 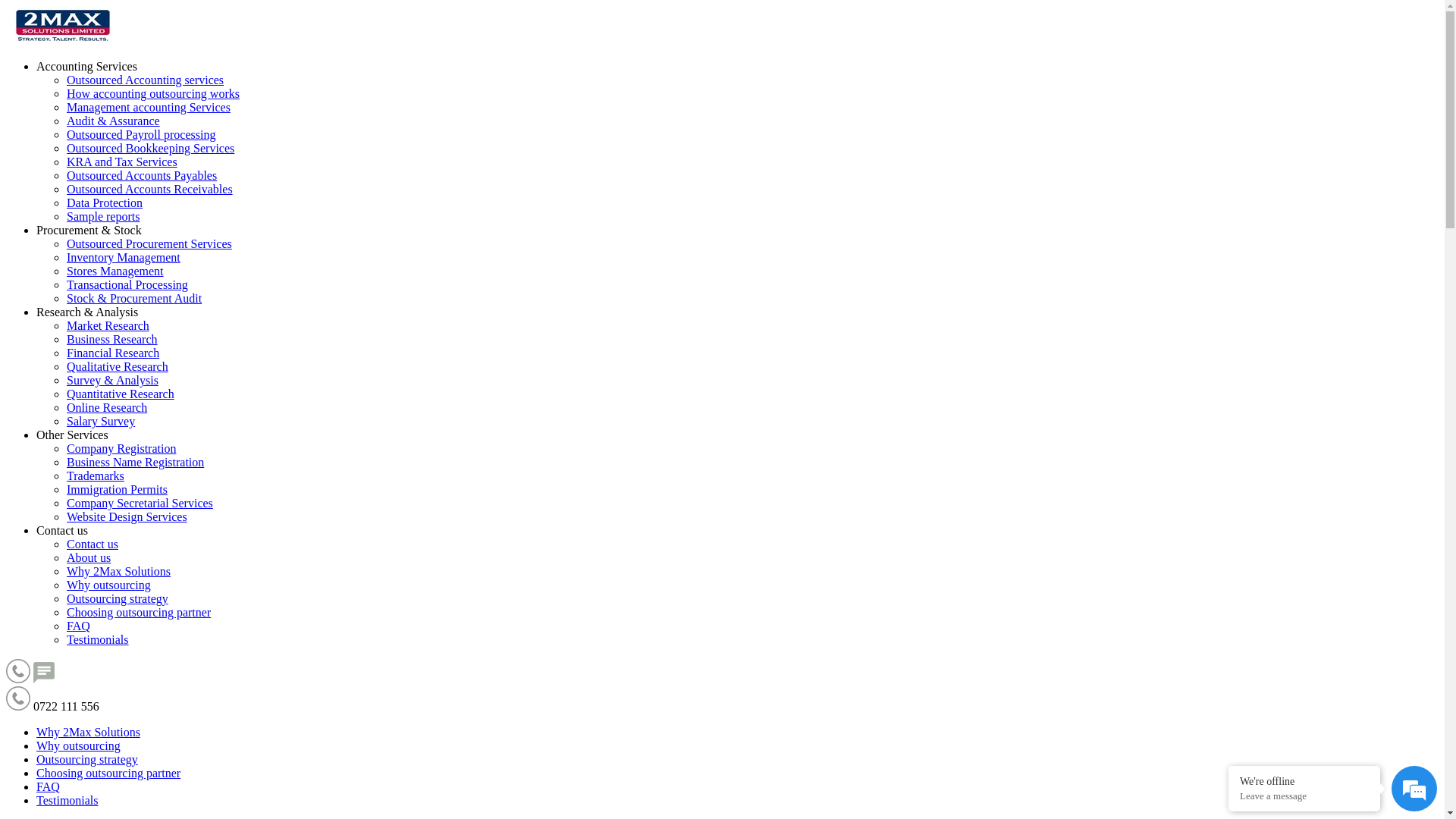 I want to click on 'How accounting outsourcing works', so click(x=152, y=93).